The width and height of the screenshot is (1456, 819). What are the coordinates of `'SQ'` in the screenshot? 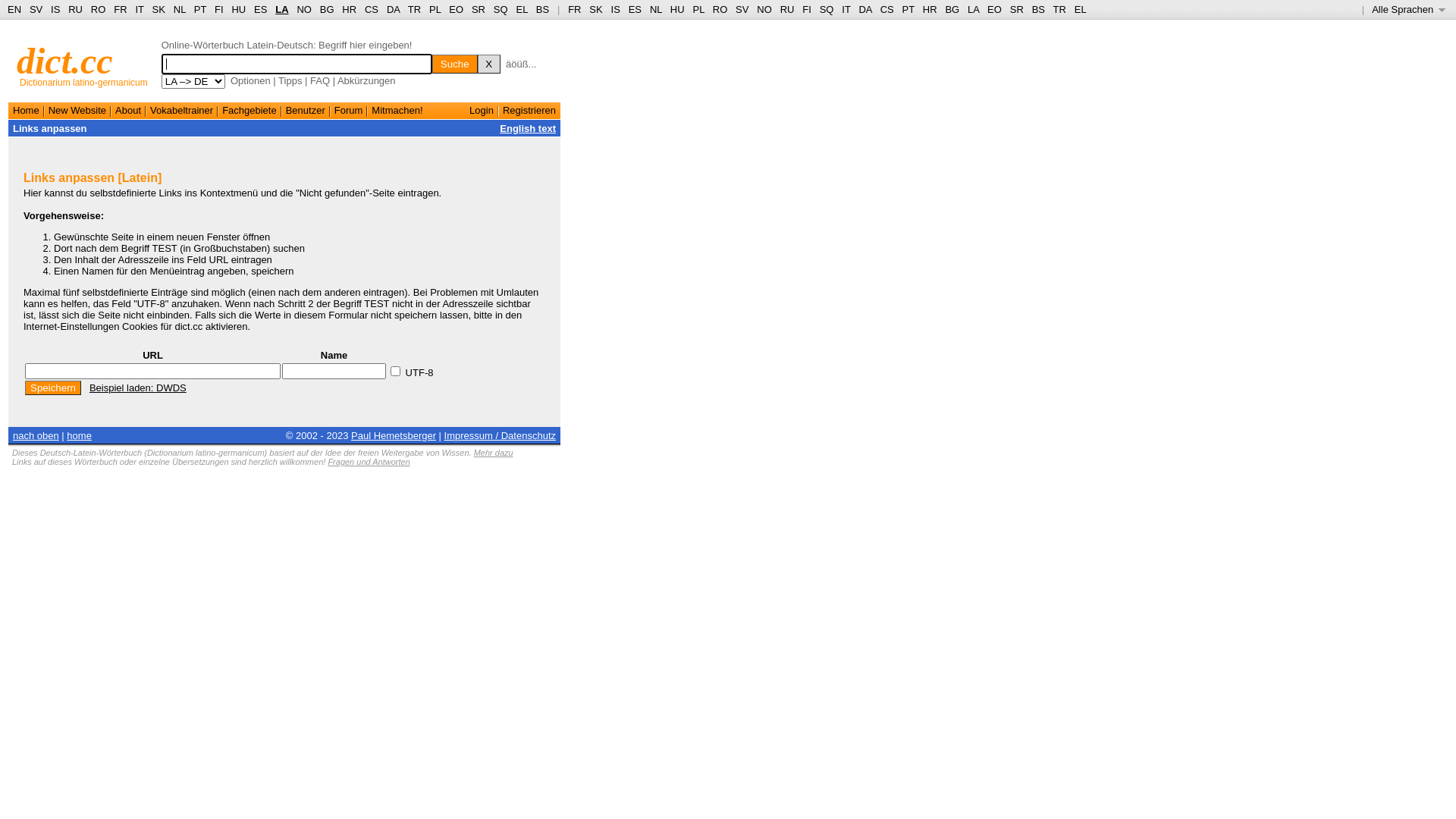 It's located at (826, 9).